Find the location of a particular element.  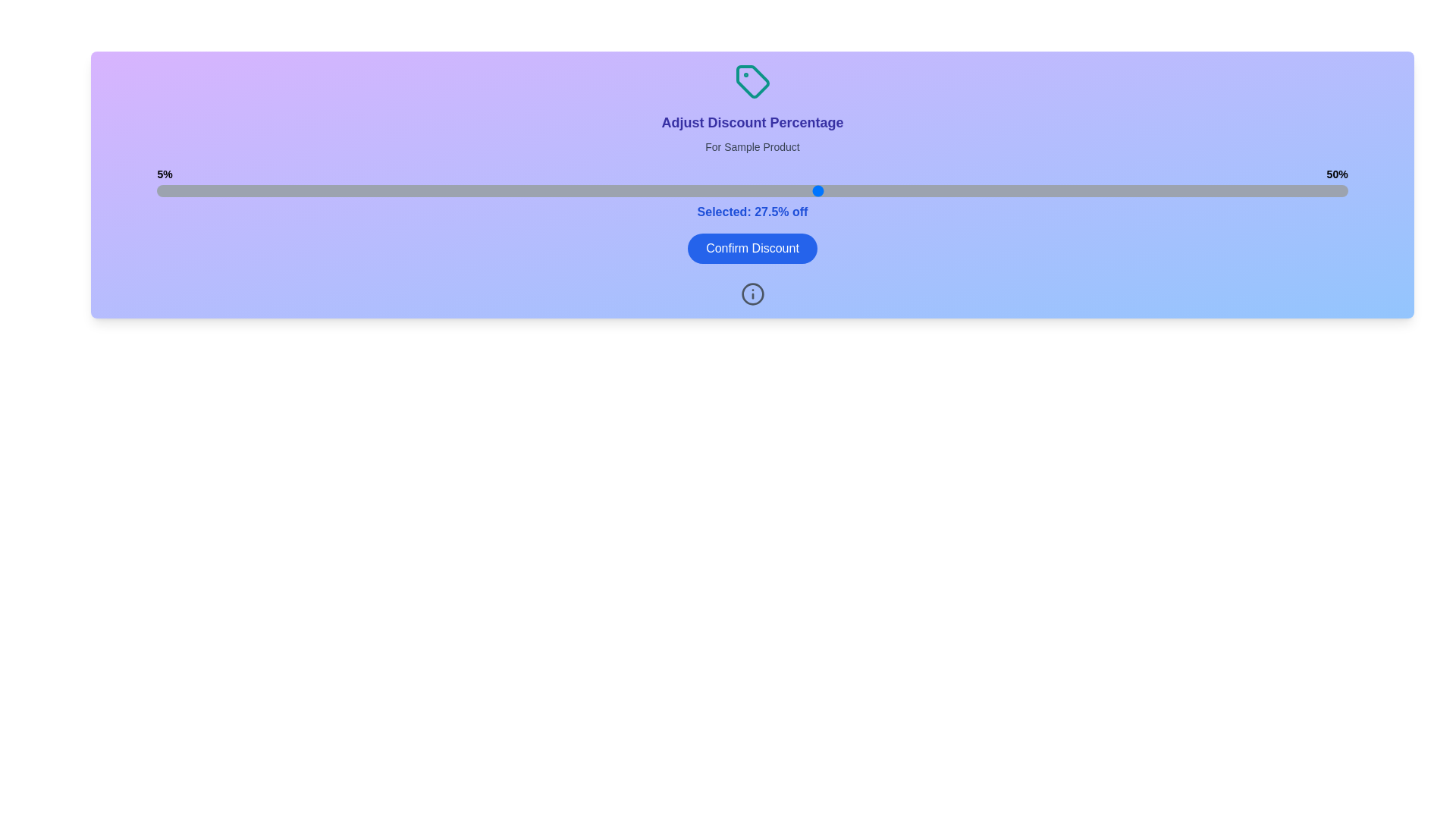

the circular 'info' icon with a gray outline located at the bottom center of the card to retrieve more information is located at coordinates (752, 294).